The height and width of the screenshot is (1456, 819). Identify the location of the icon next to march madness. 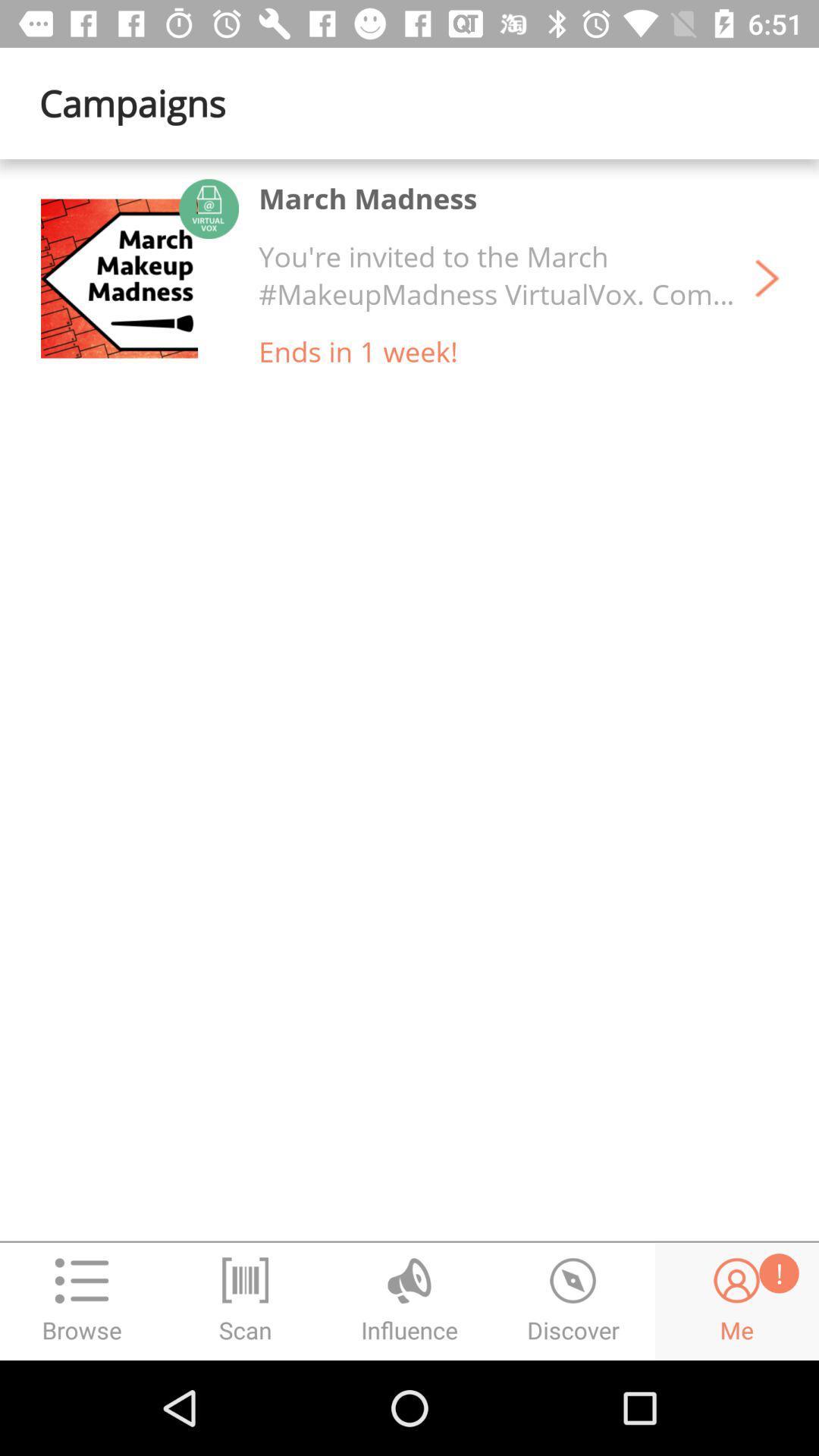
(139, 278).